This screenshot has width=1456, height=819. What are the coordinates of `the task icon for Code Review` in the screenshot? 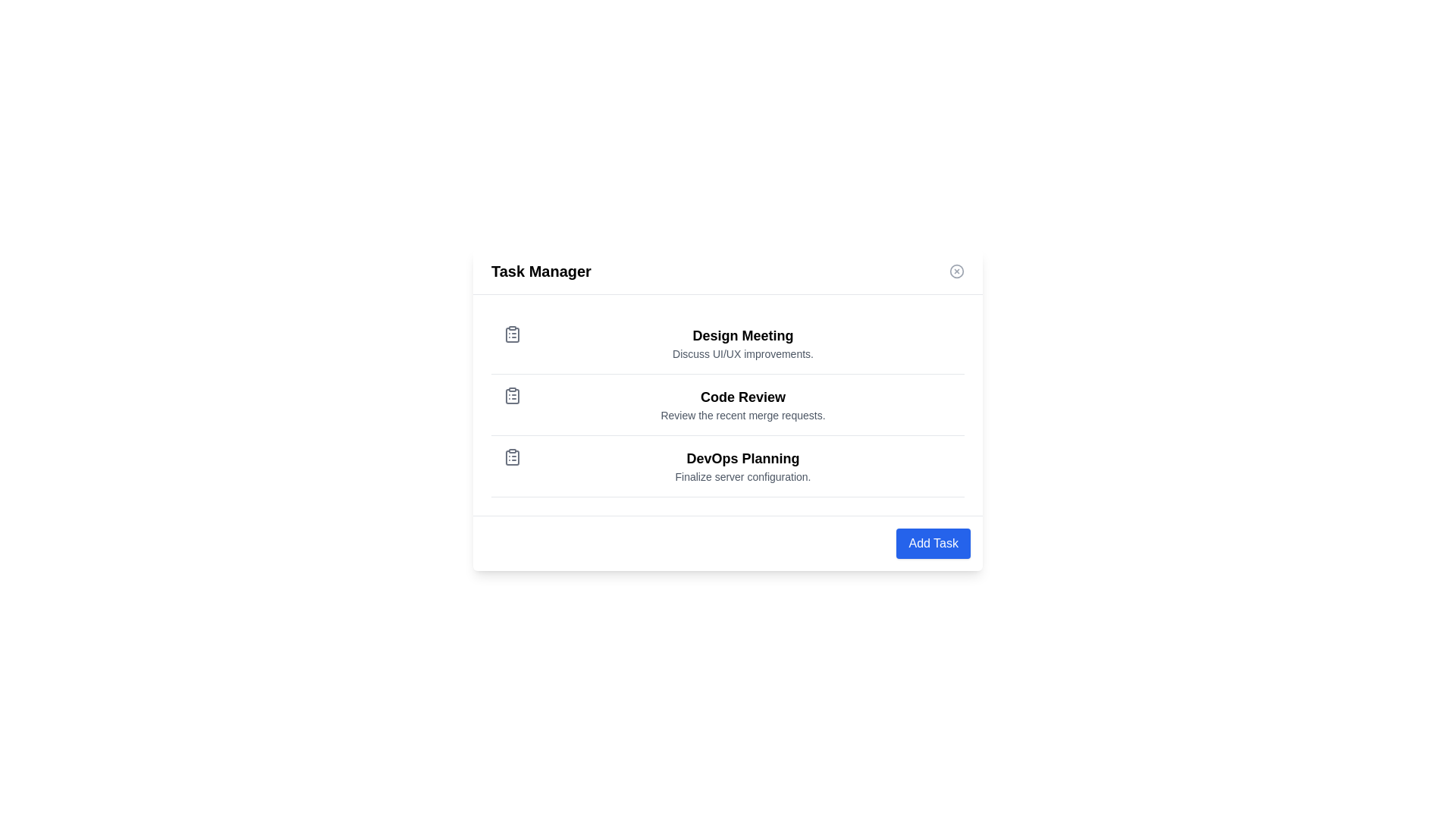 It's located at (513, 394).